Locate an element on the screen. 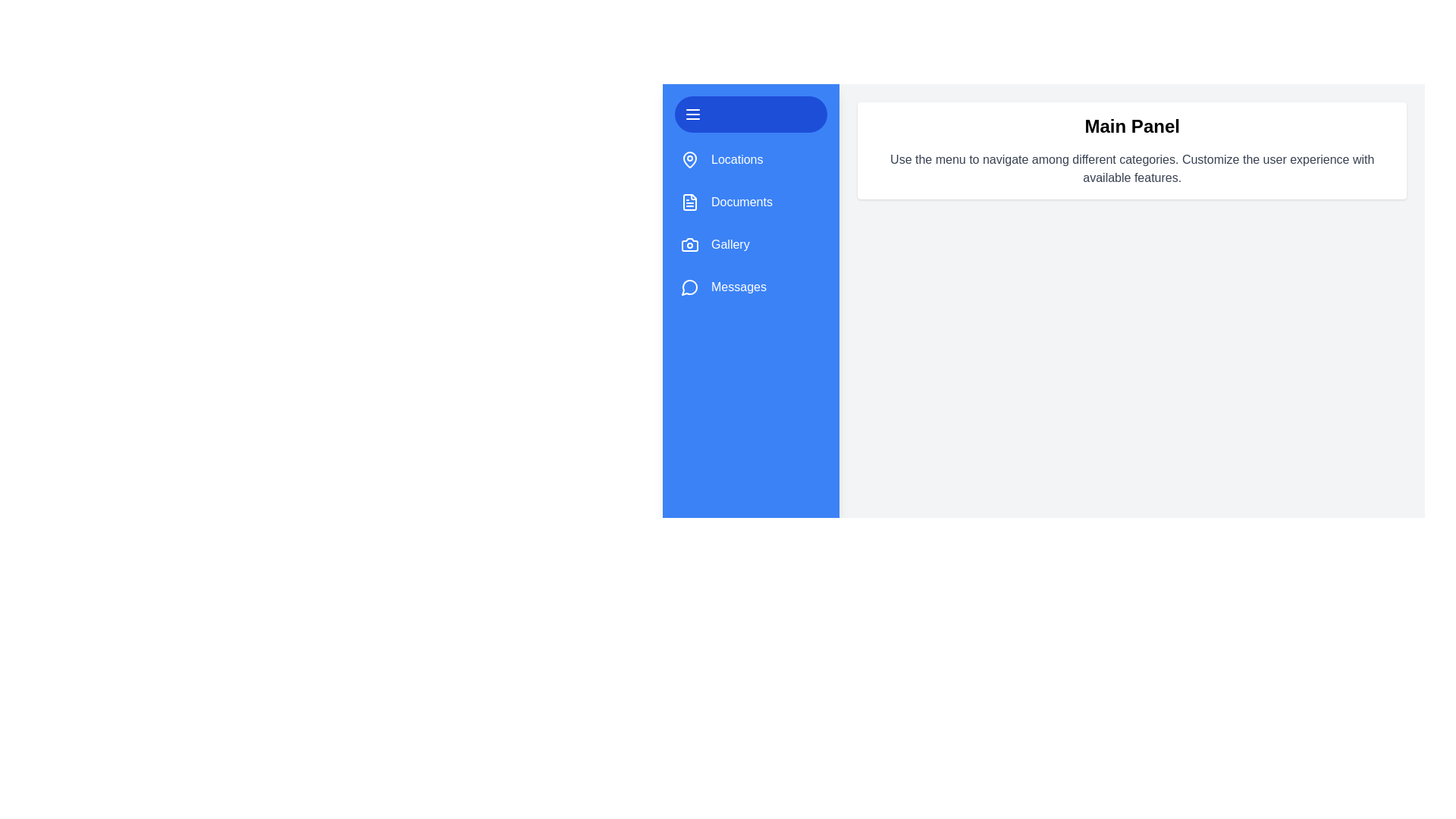  the category Gallery to observe its hover effect is located at coordinates (750, 244).